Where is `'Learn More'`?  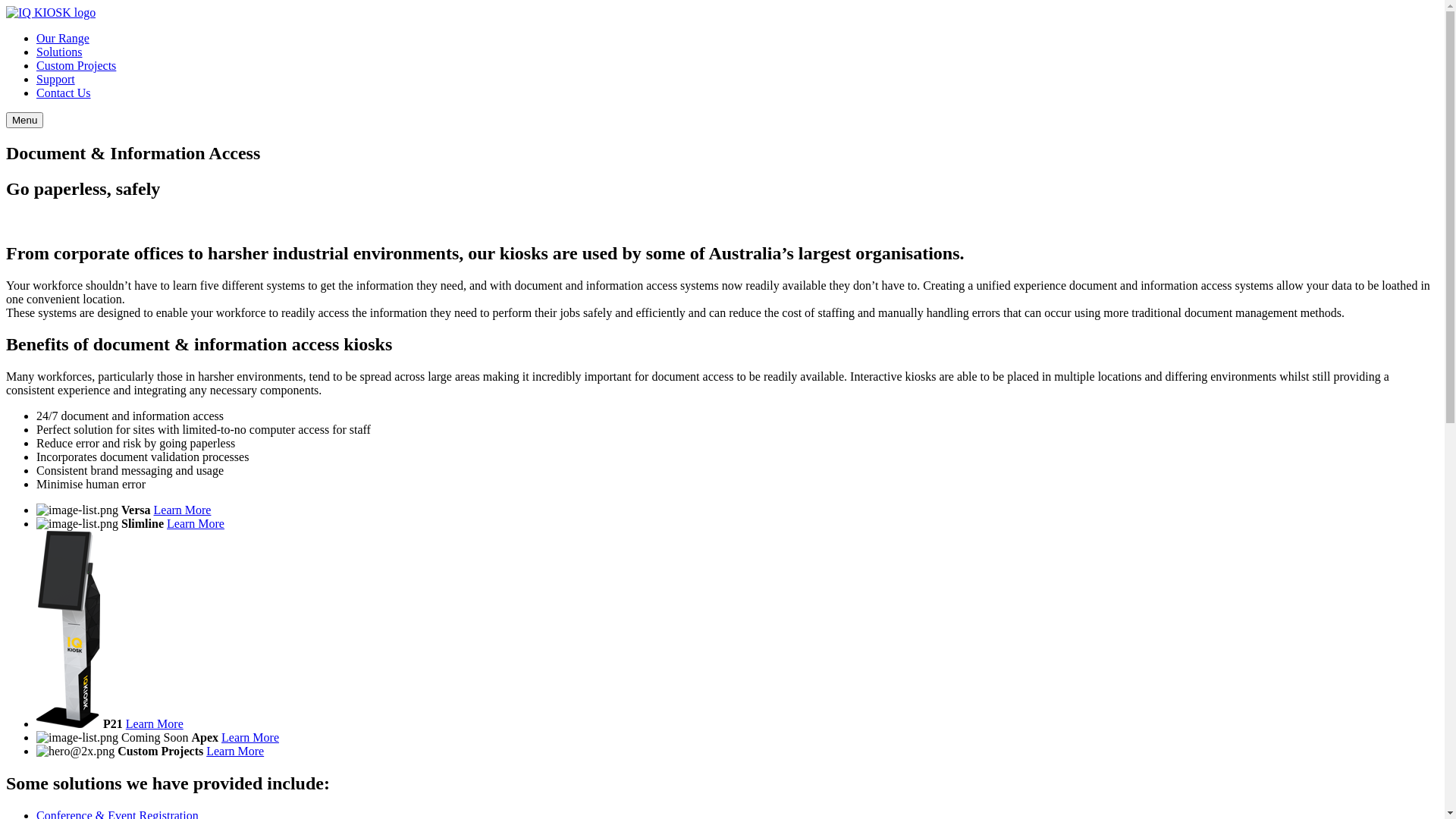
'Learn More' is located at coordinates (182, 510).